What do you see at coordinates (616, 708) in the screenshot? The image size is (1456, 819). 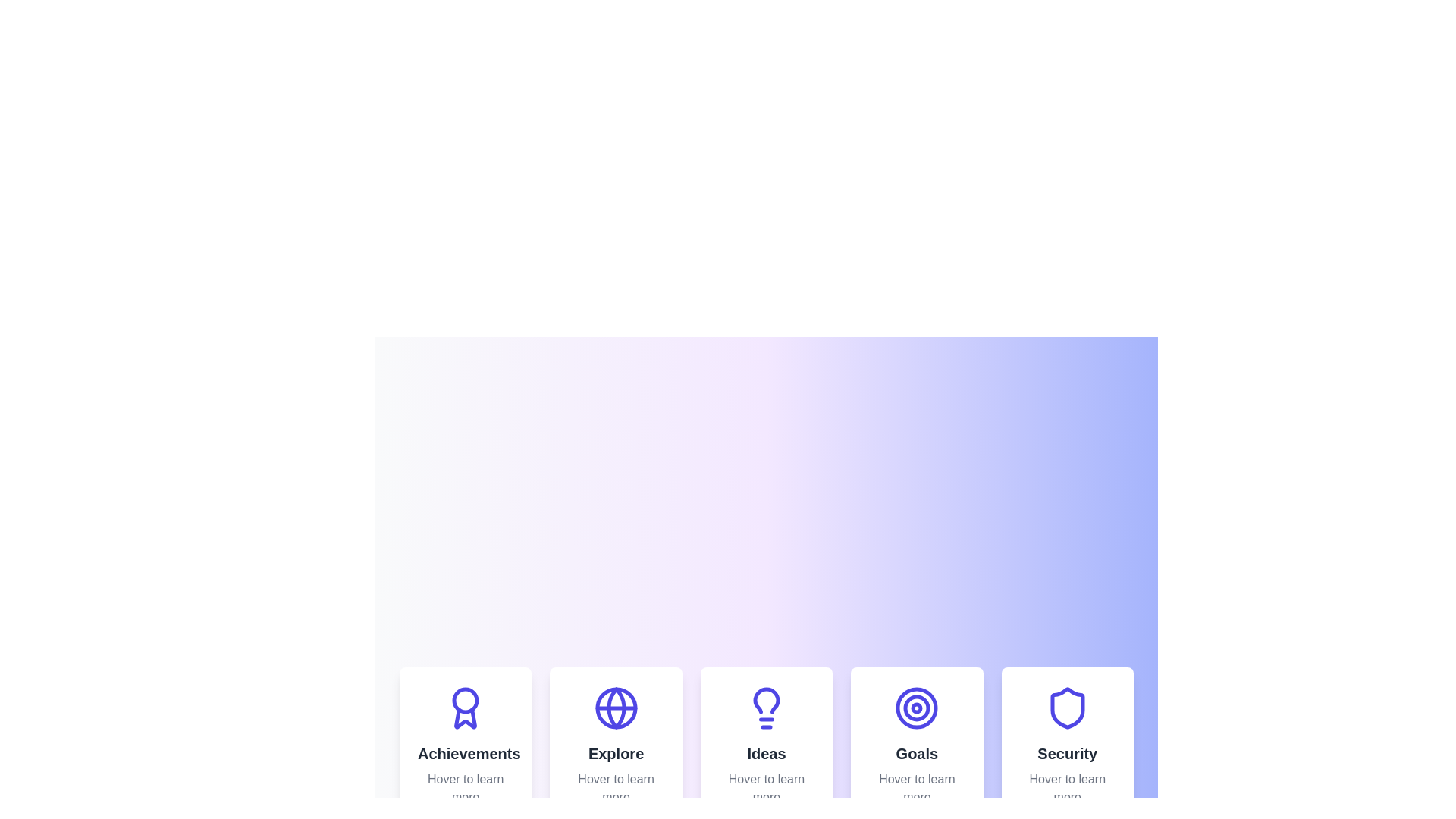 I see `the circular outline resembling a globe, which is centrally placed within the 'Explore' interface card` at bounding box center [616, 708].